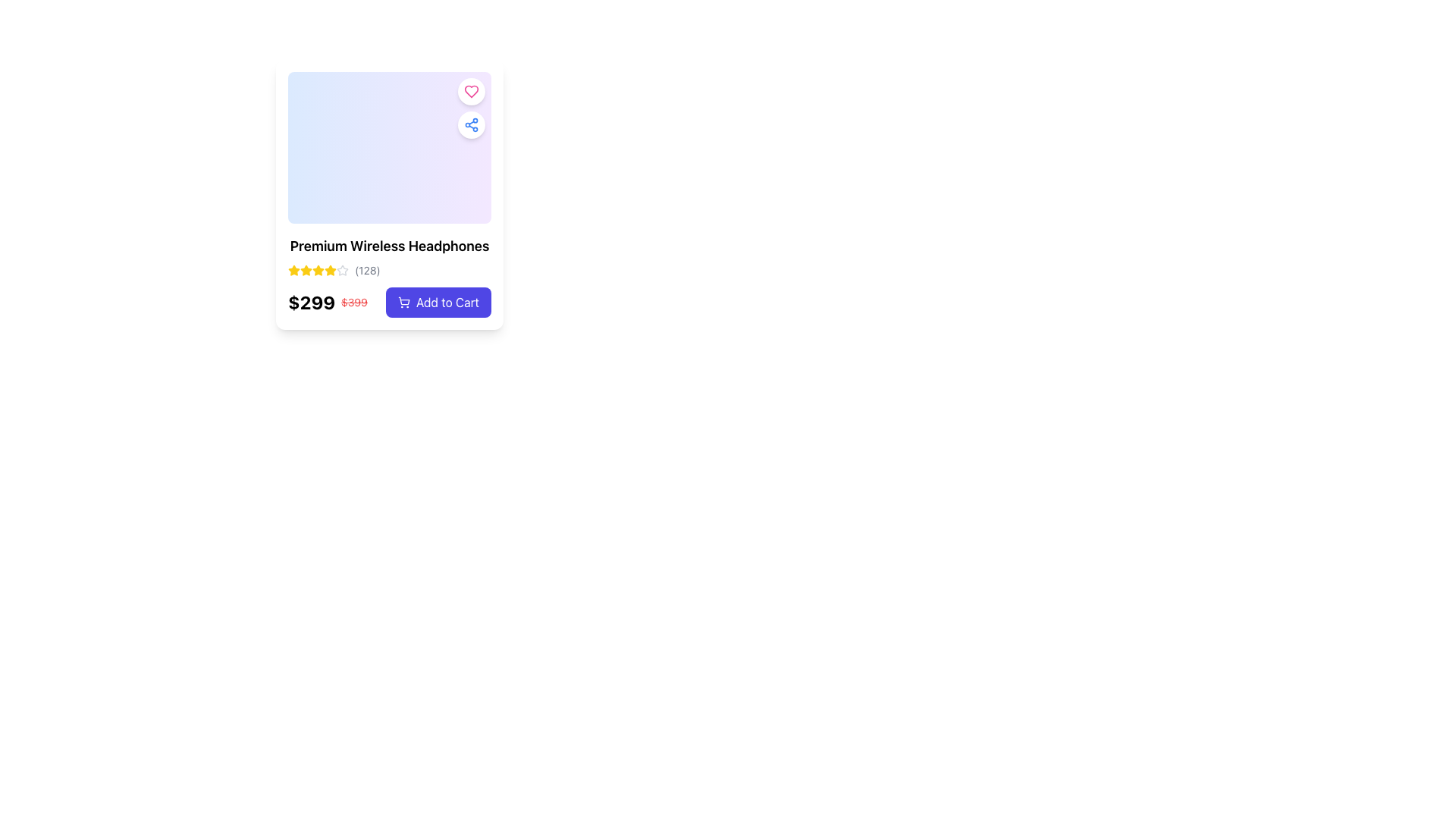 The height and width of the screenshot is (819, 1456). What do you see at coordinates (403, 301) in the screenshot?
I see `the shopping cart icon, which is a stylized vector graphic with a handle and wheels` at bounding box center [403, 301].